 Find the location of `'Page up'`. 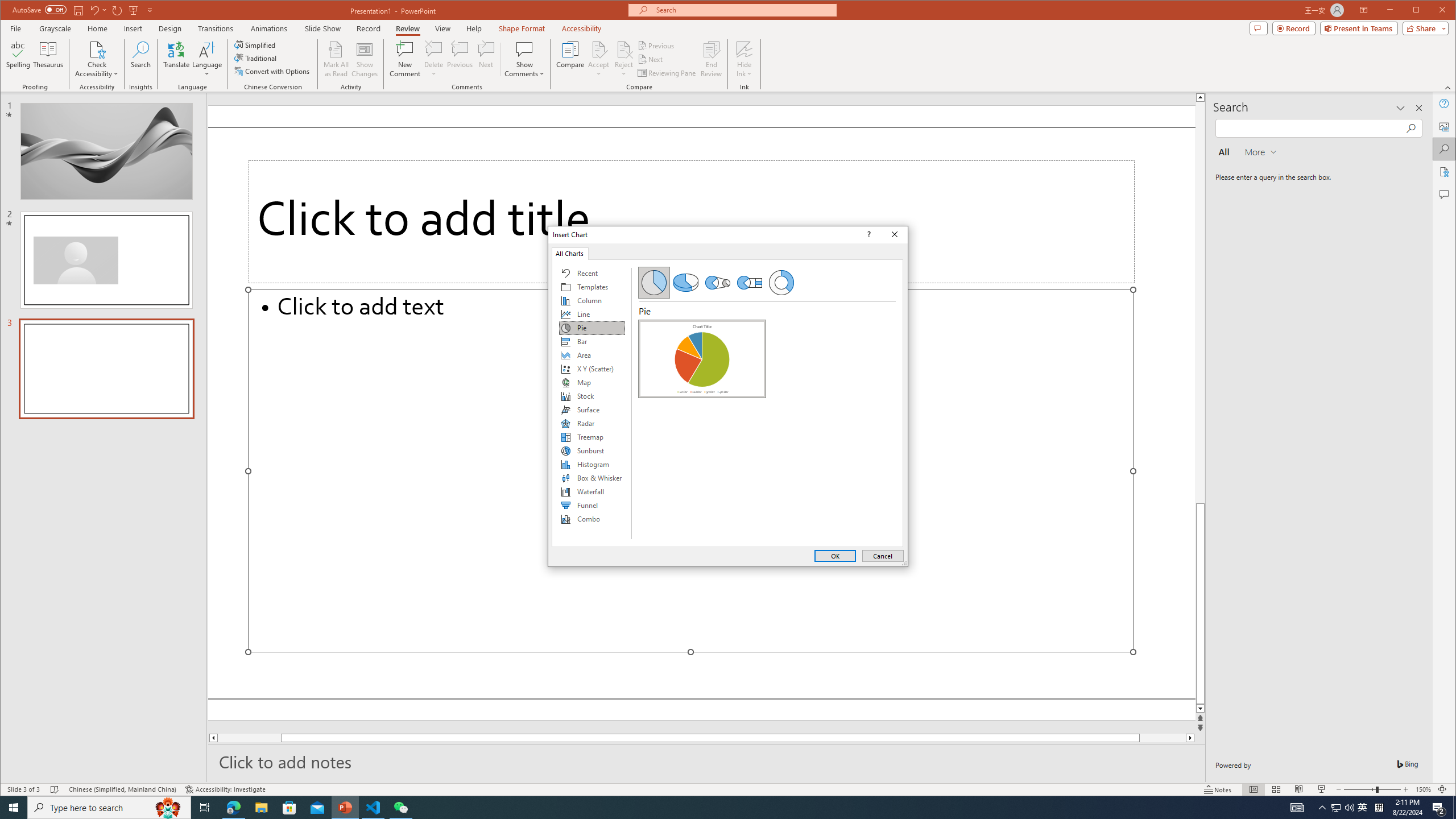

'Page up' is located at coordinates (1199, 303).